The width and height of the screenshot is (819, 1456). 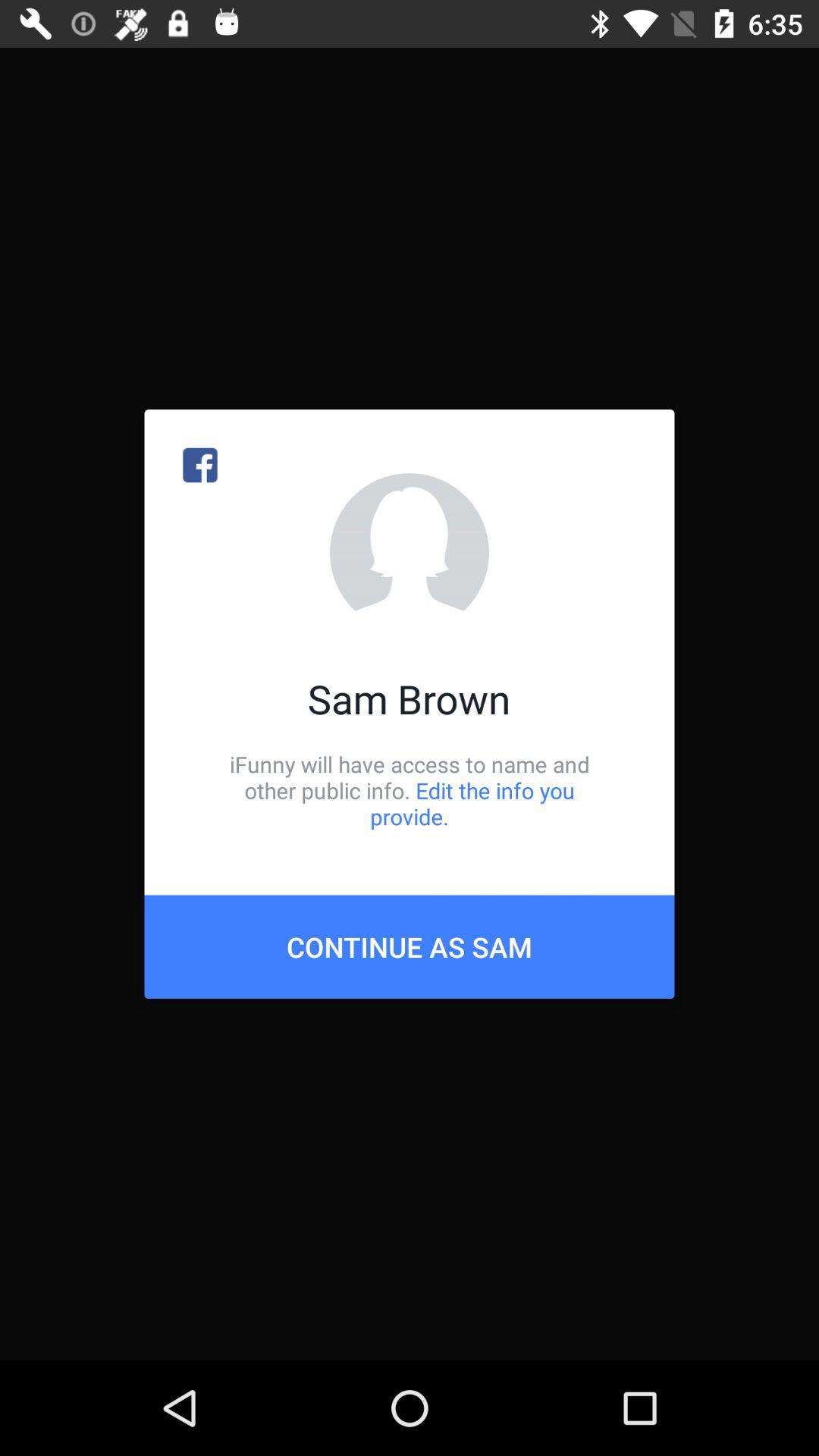 What do you see at coordinates (409, 789) in the screenshot?
I see `the item below the sam brown` at bounding box center [409, 789].